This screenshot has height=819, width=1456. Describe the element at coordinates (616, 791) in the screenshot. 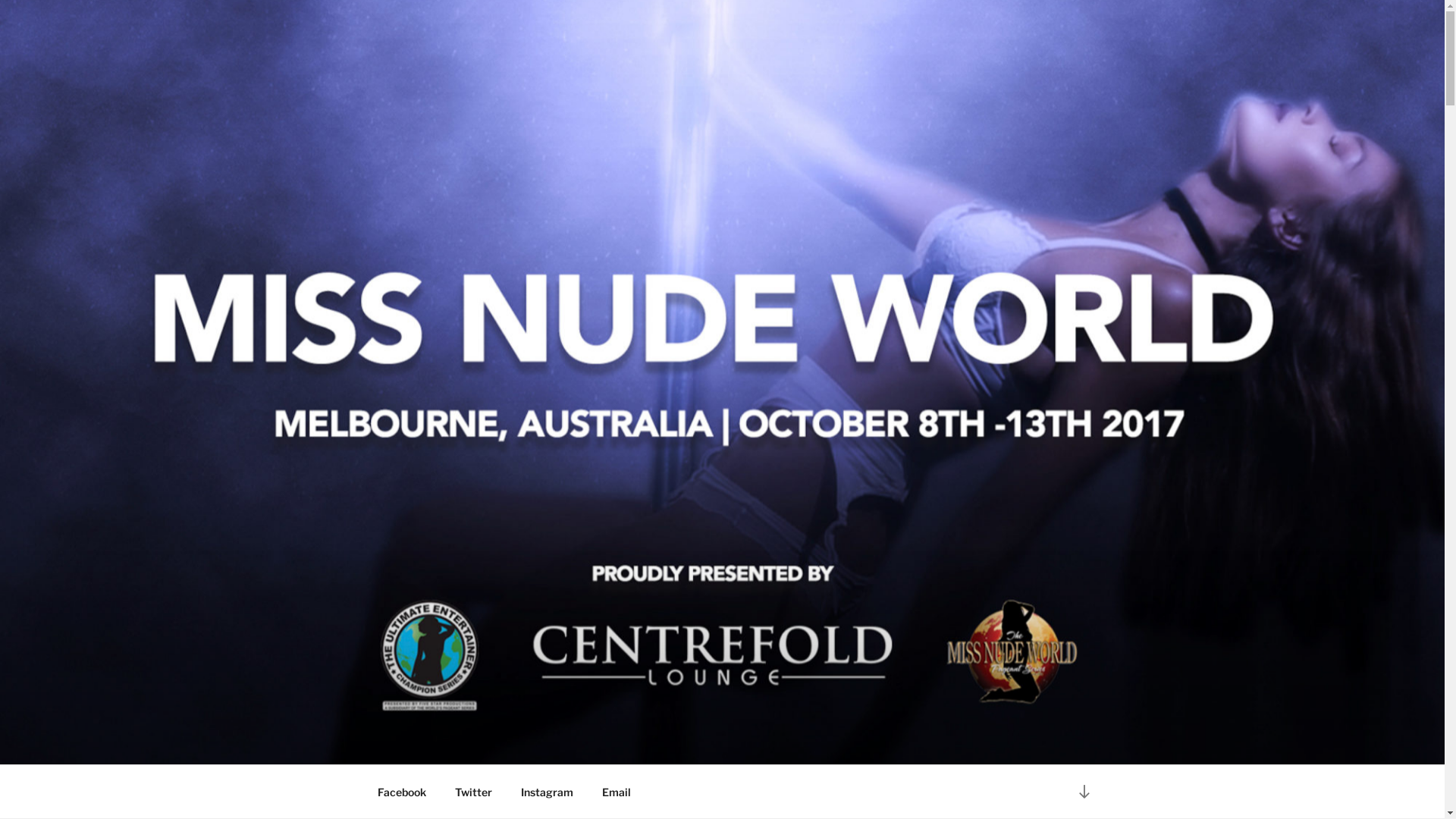

I see `'Email'` at that location.